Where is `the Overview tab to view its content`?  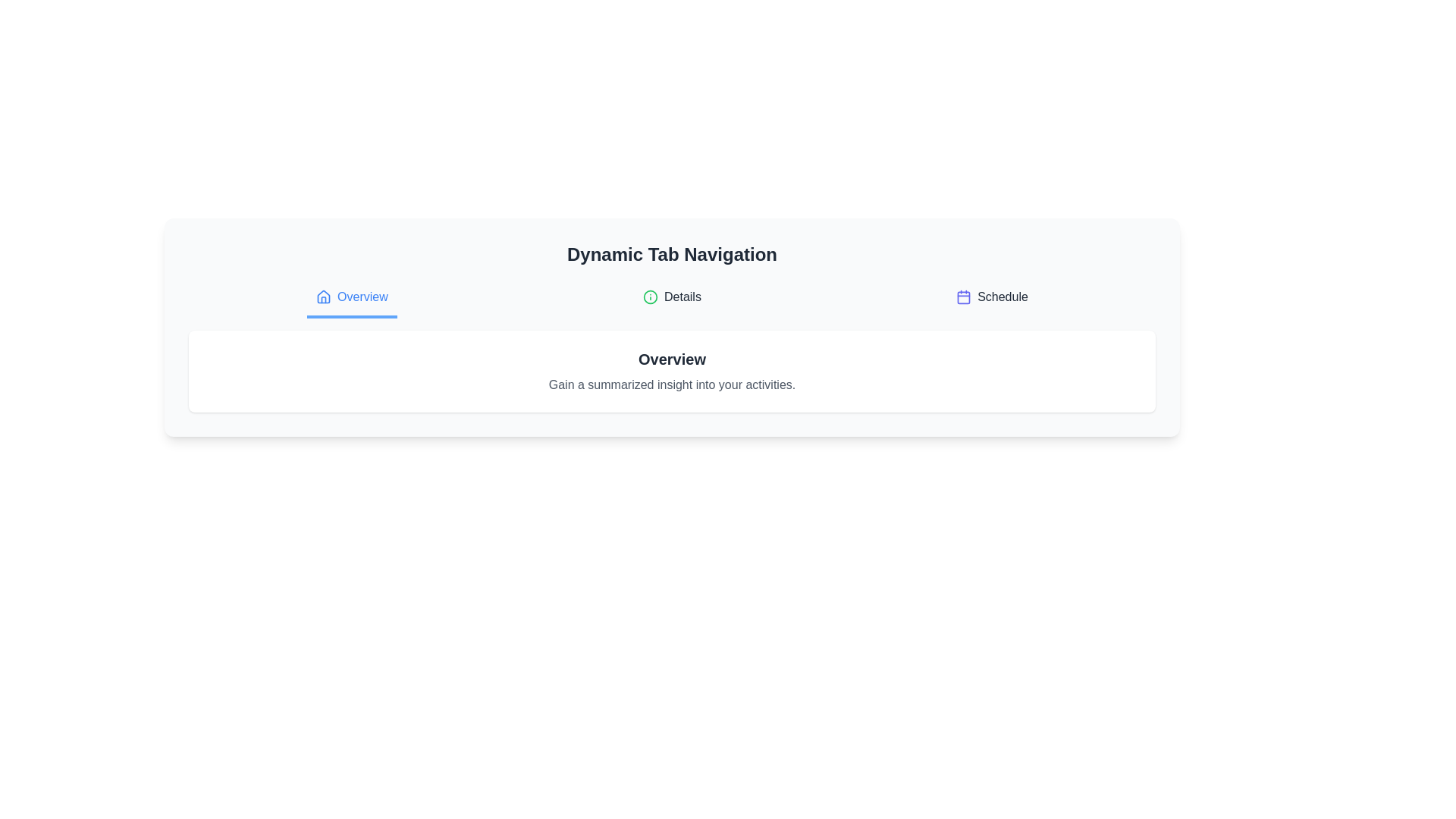
the Overview tab to view its content is located at coordinates (351, 298).